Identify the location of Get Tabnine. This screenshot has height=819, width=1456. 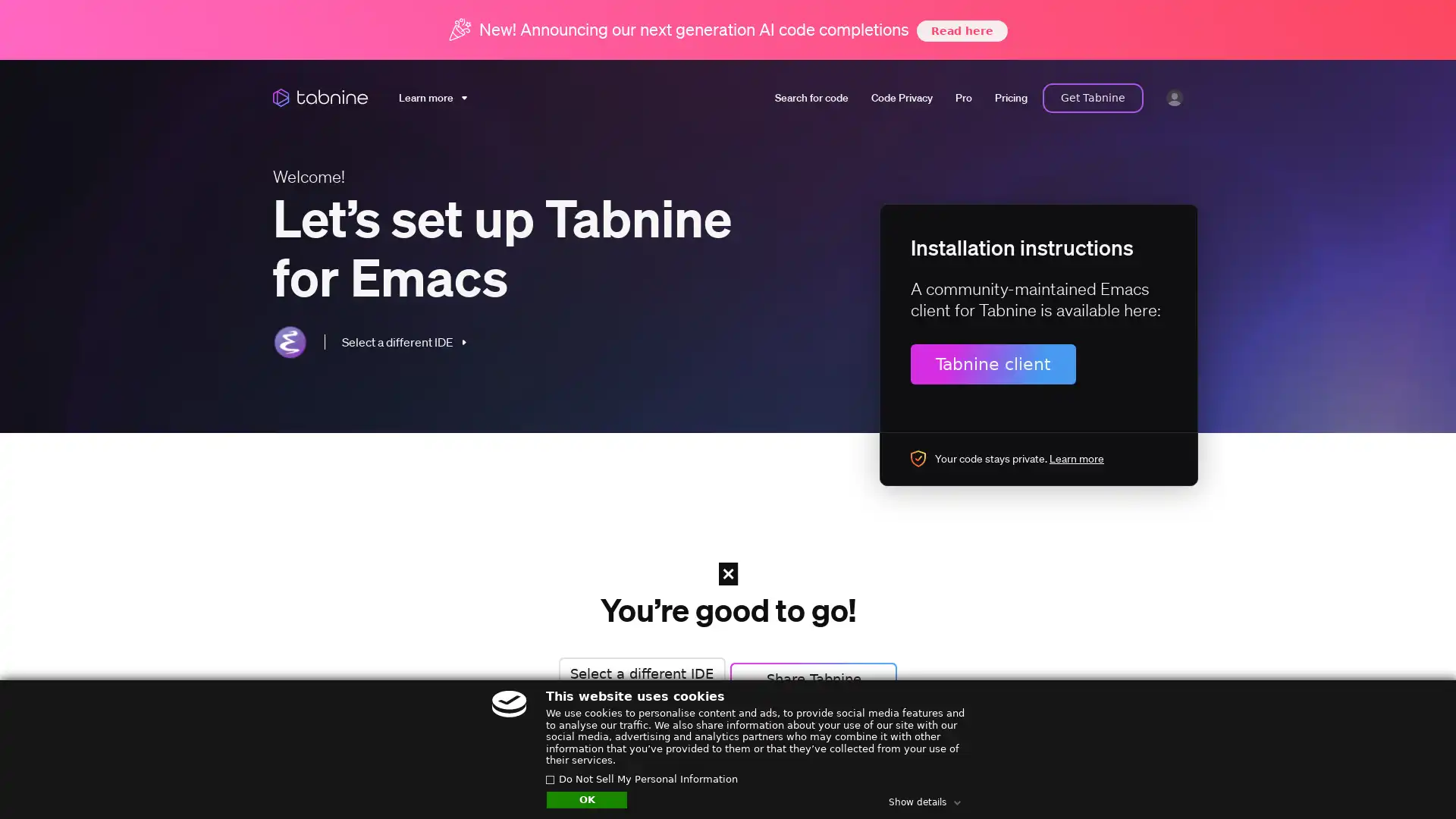
(1093, 97).